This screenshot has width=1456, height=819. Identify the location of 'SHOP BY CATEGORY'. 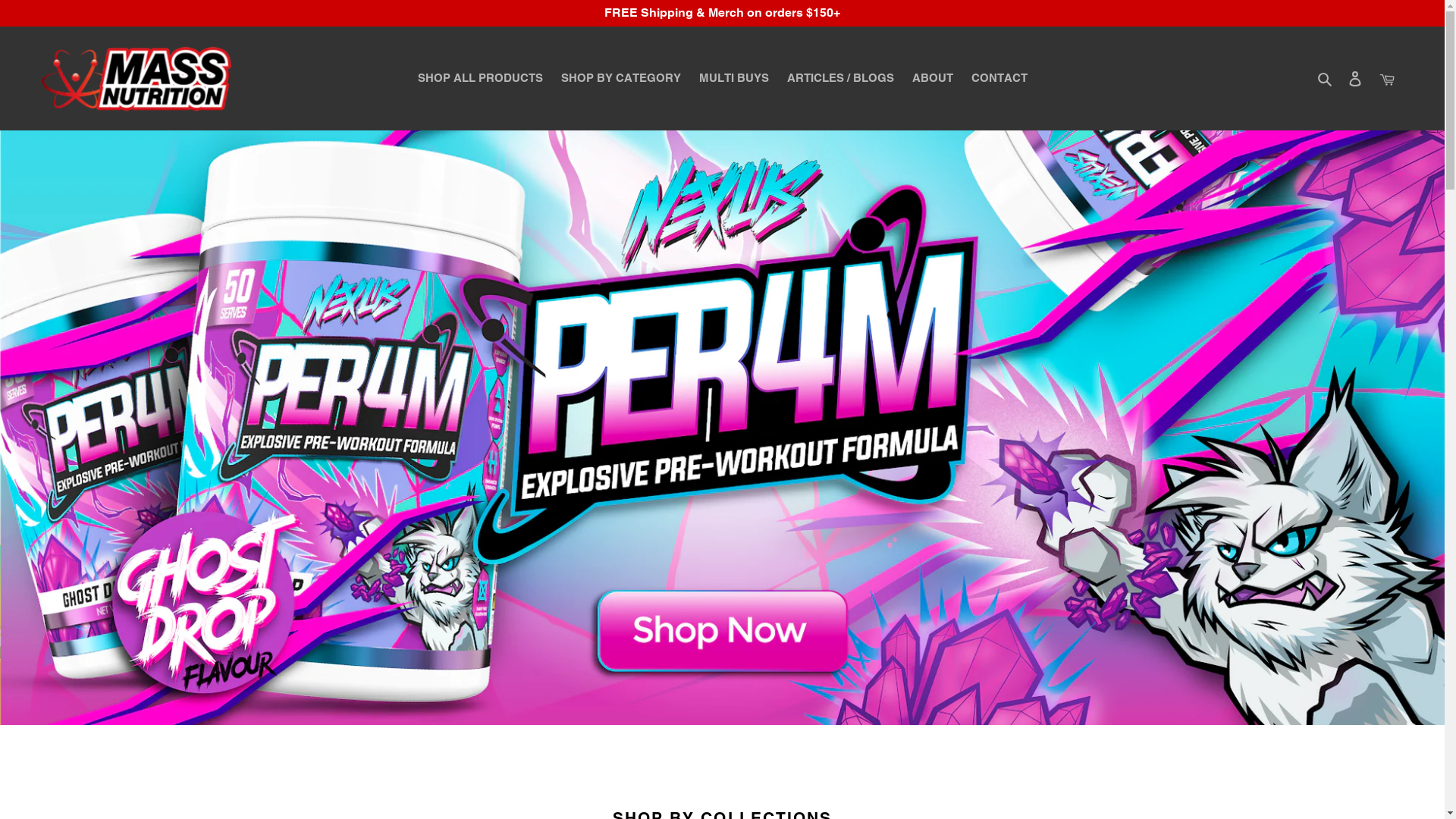
(621, 78).